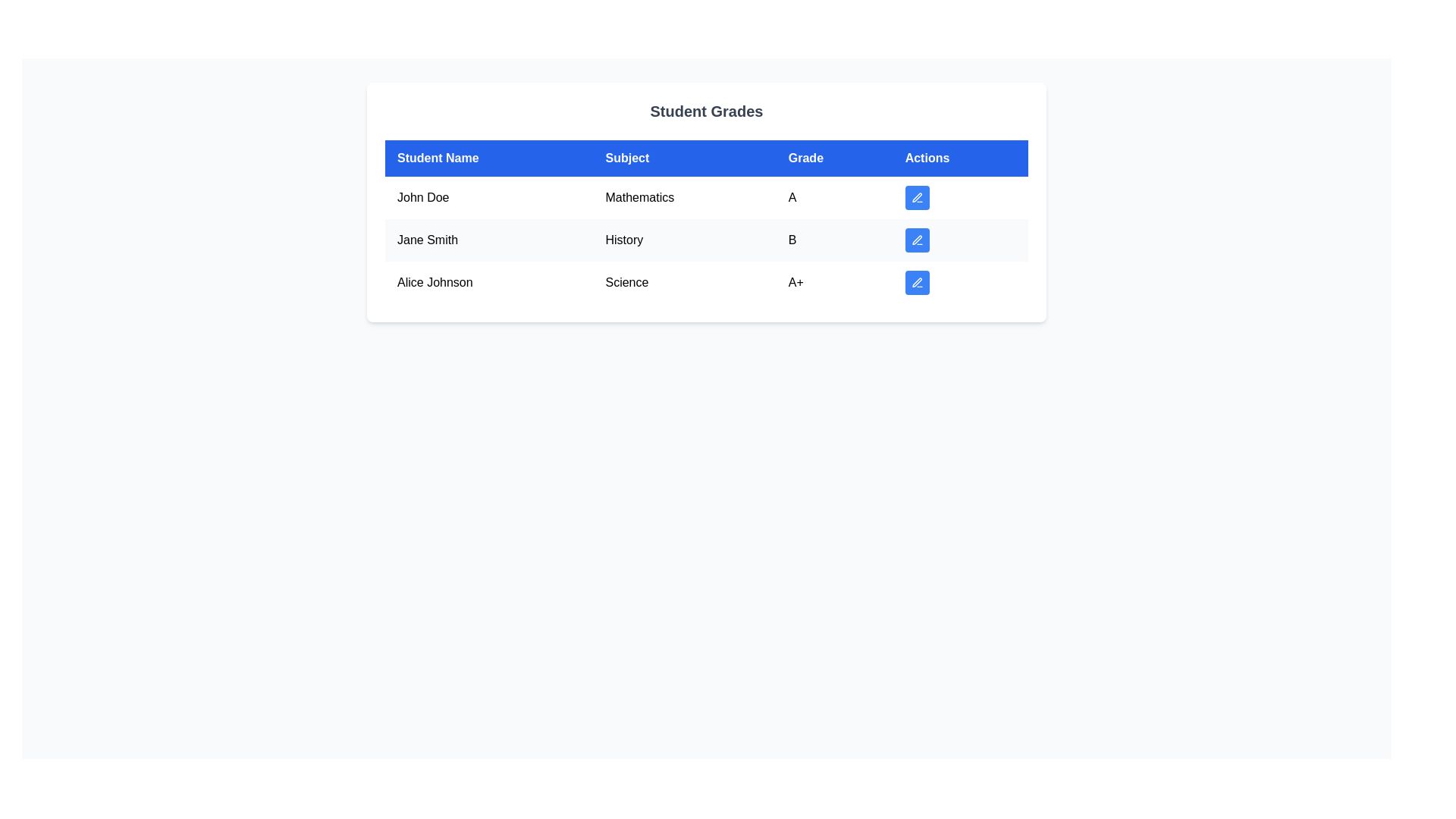 The width and height of the screenshot is (1456, 819). I want to click on the pen icon button in the actions column of the first row in the 'Student Grades' table, so click(916, 196).